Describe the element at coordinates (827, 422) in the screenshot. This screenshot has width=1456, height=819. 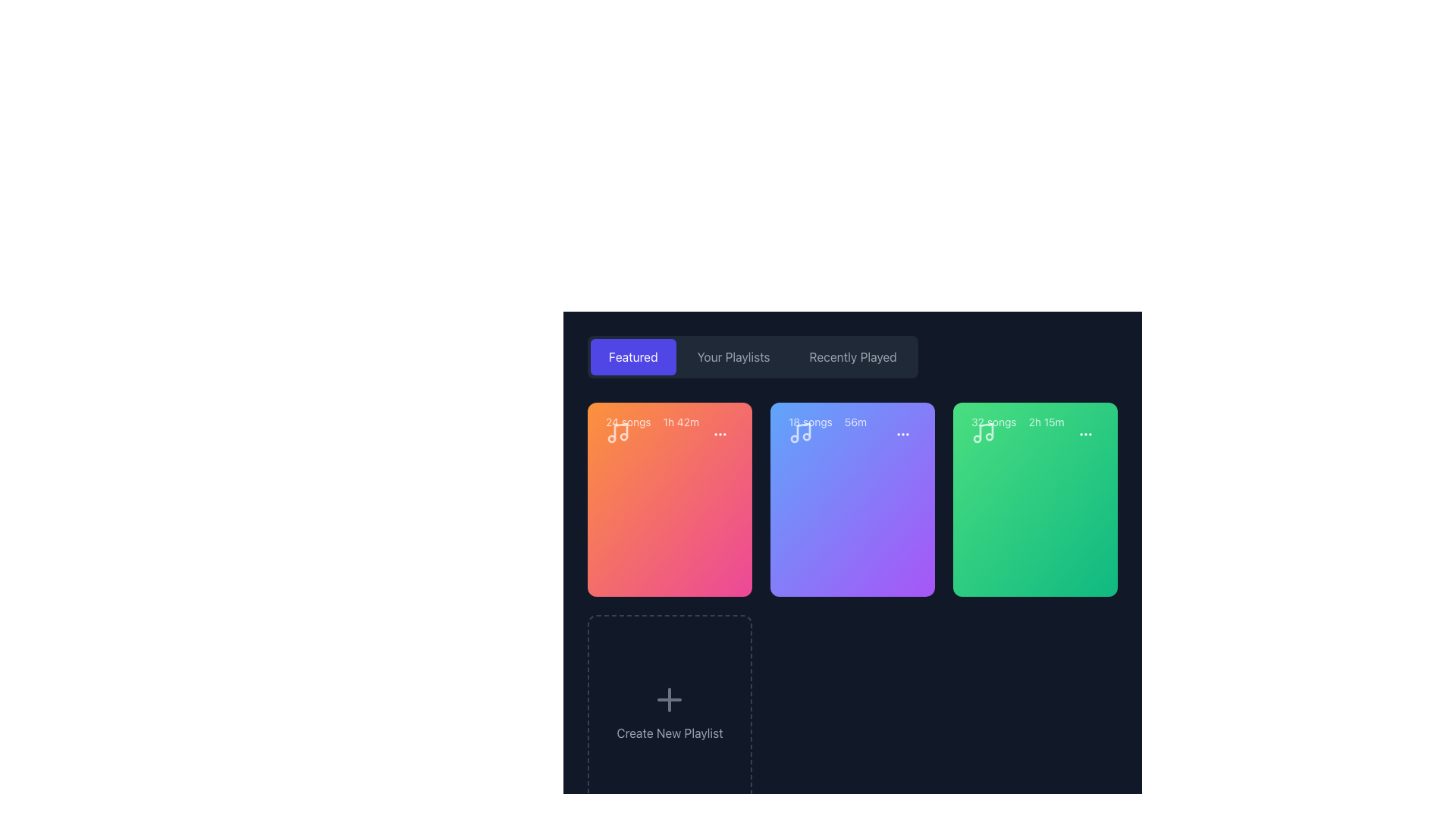
I see `the static text information displaying '18 songs' and '56m' located at the bottom of the second card in a row of three cards` at that location.